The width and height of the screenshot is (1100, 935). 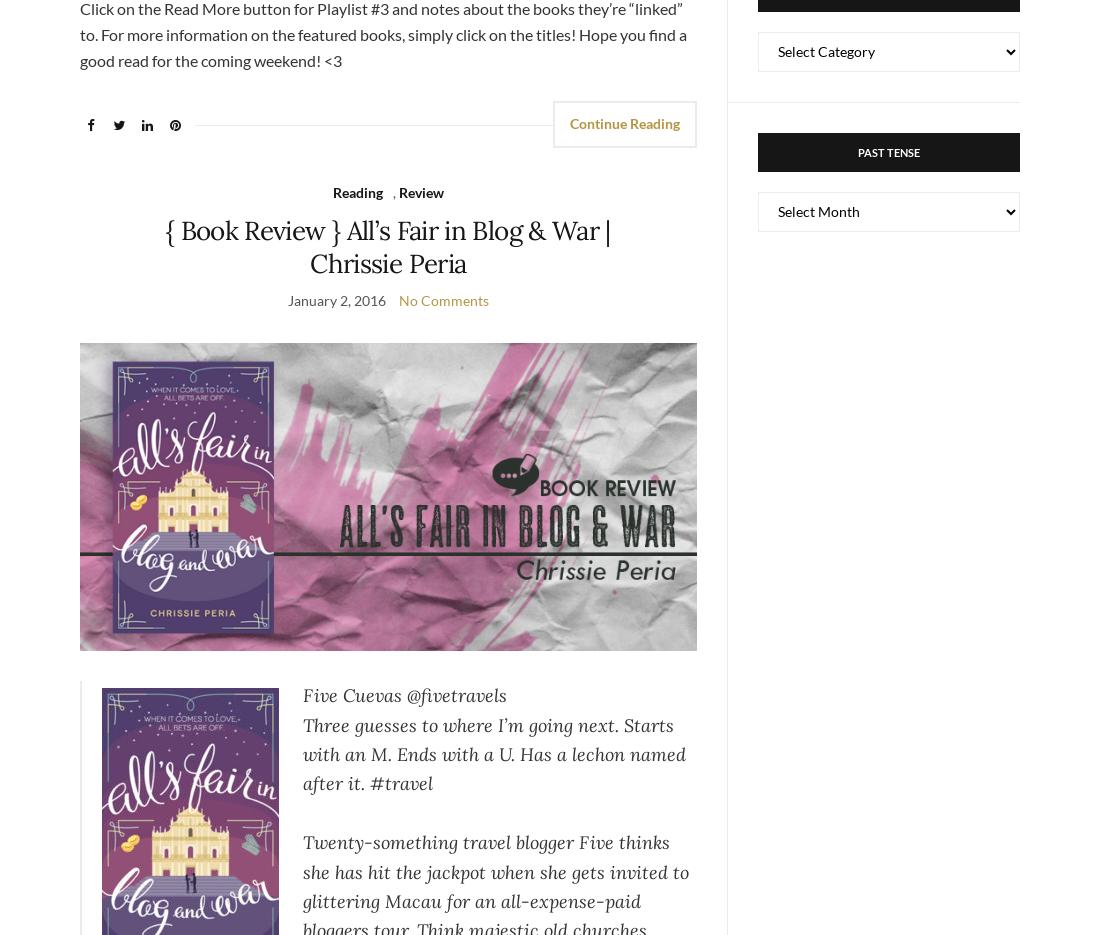 What do you see at coordinates (494, 753) in the screenshot?
I see `'Three guesses to where I’m going next. Starts with an M. Ends with a U. Has a lechon named after it. #travel'` at bounding box center [494, 753].